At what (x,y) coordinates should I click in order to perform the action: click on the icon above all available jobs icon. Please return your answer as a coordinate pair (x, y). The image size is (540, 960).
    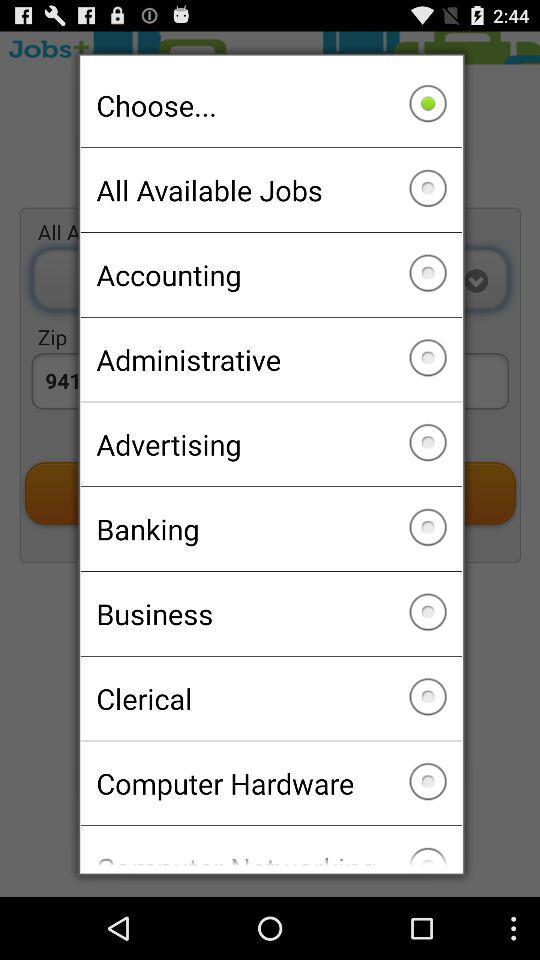
    Looking at the image, I should click on (270, 105).